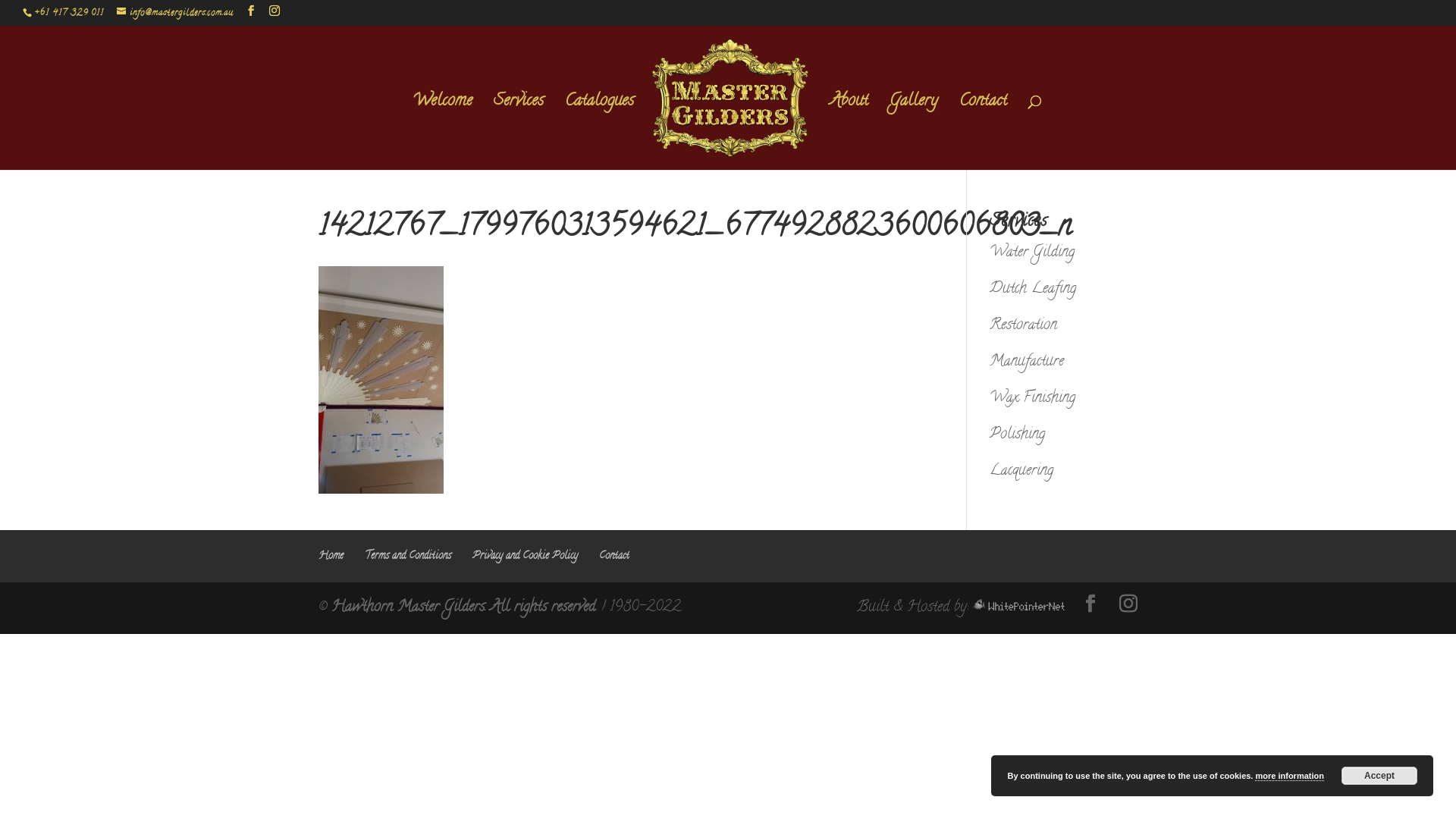 The width and height of the screenshot is (1456, 819). Describe the element at coordinates (959, 132) in the screenshot. I see `'Contact'` at that location.